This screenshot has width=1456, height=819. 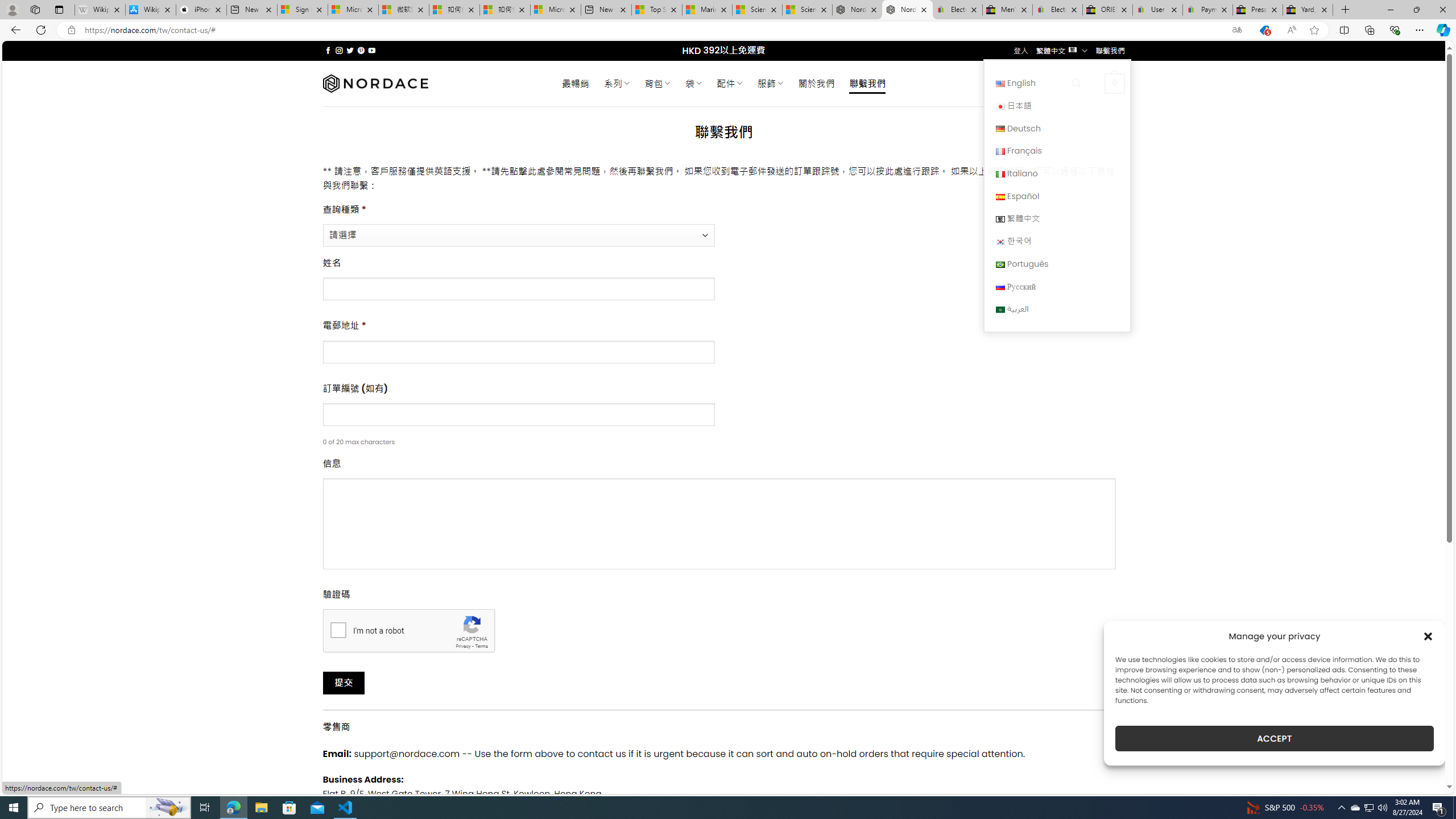 I want to click on 'Follow on Facebook', so click(x=328, y=50).